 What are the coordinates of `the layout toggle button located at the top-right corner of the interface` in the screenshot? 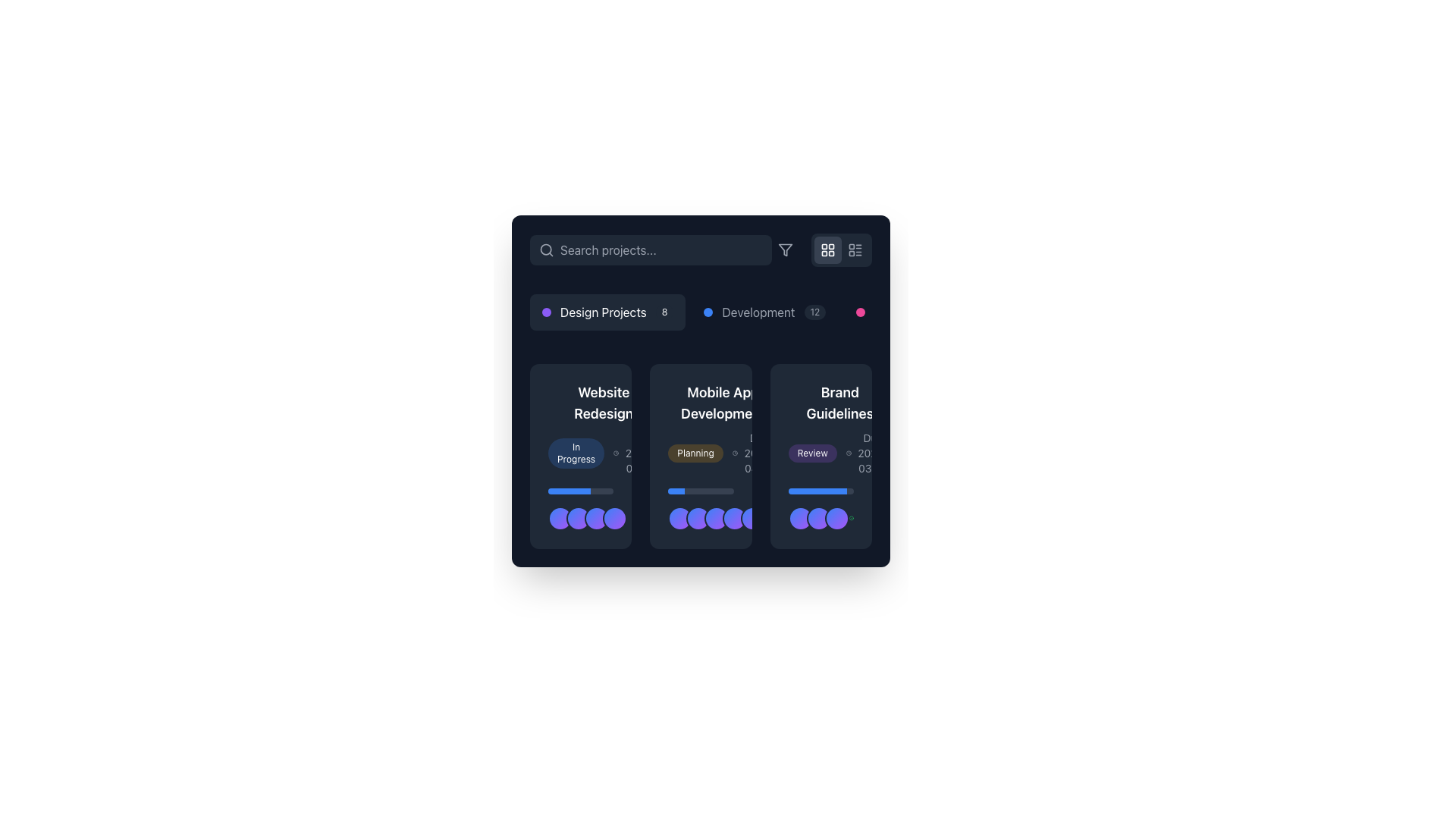 It's located at (827, 249).